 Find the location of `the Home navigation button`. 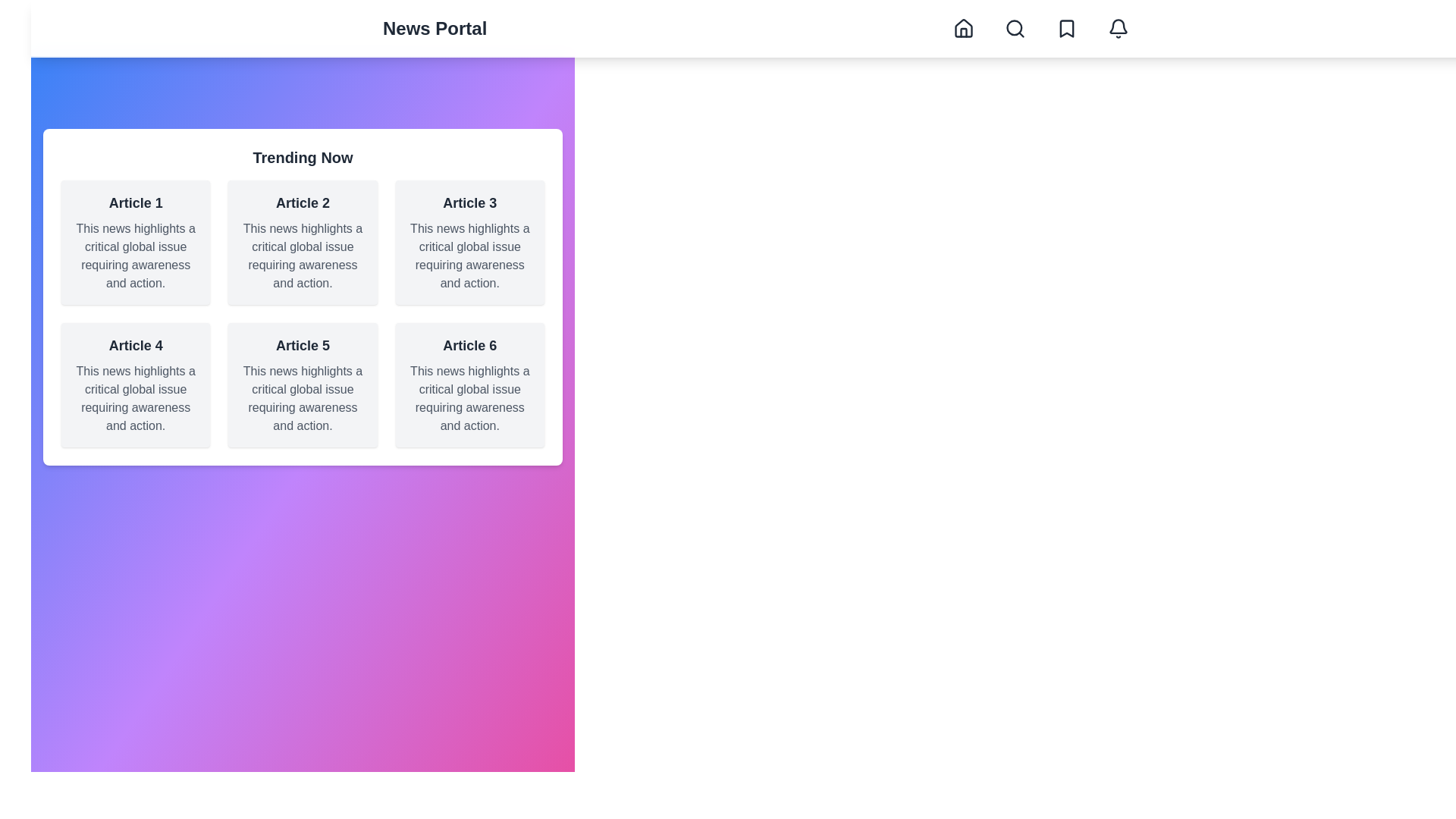

the Home navigation button is located at coordinates (963, 29).